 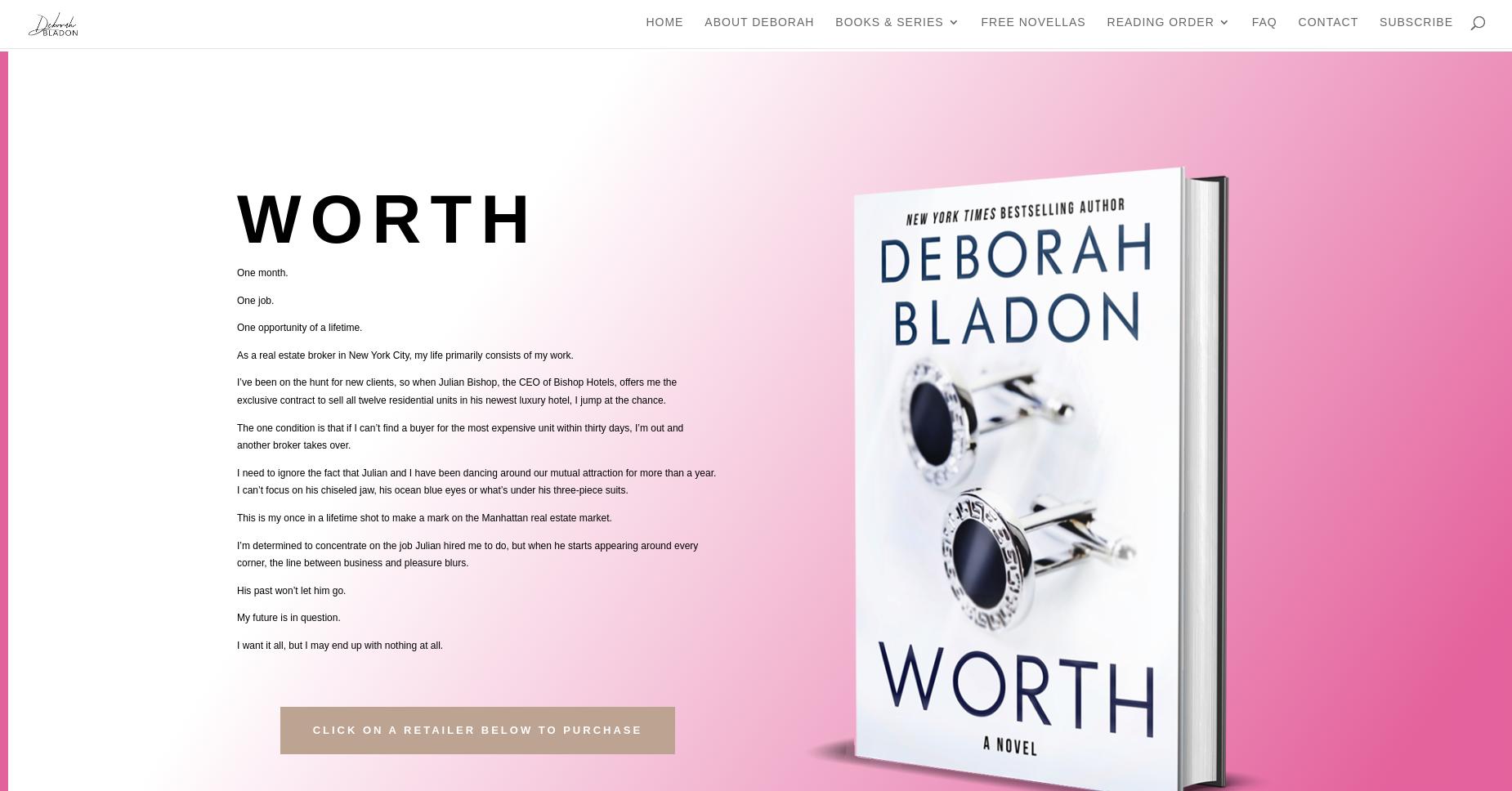 What do you see at coordinates (339, 644) in the screenshot?
I see `'I want it all, but I may end up with nothing at all.'` at bounding box center [339, 644].